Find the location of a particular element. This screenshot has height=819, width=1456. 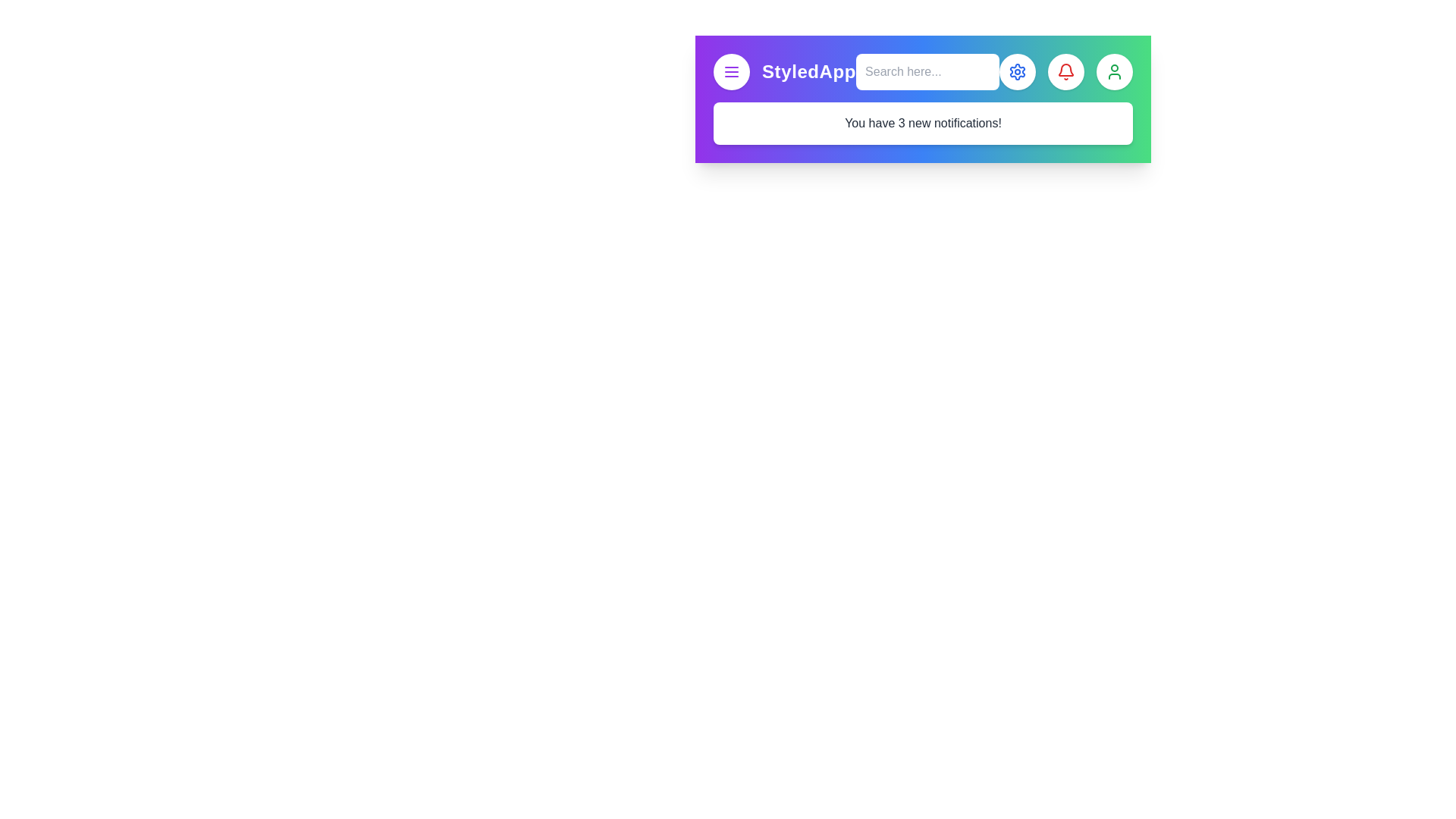

the menu button located in the top left corner of the StyledAppBar is located at coordinates (731, 72).